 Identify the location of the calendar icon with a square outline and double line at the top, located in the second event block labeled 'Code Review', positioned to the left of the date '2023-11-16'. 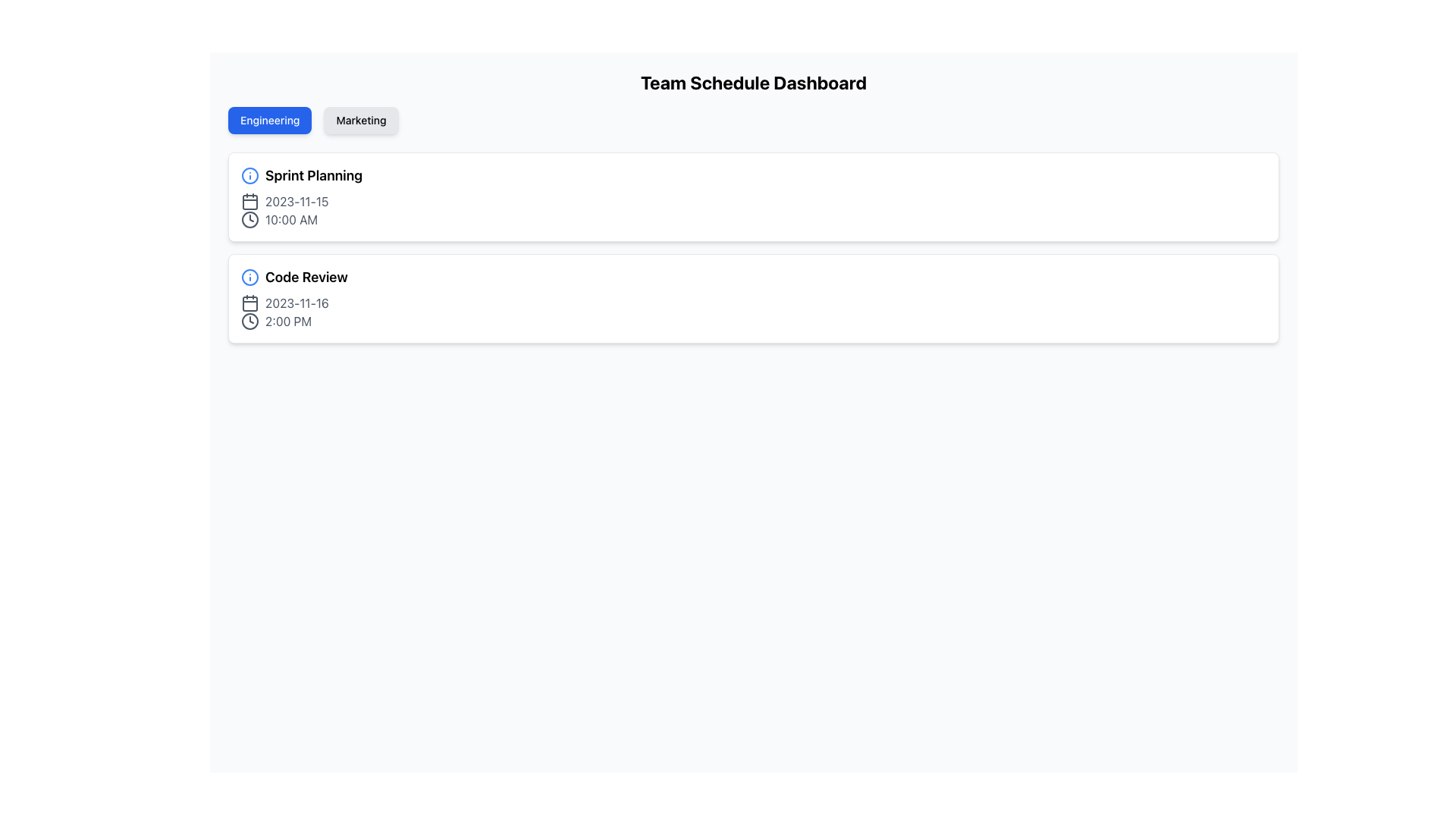
(250, 303).